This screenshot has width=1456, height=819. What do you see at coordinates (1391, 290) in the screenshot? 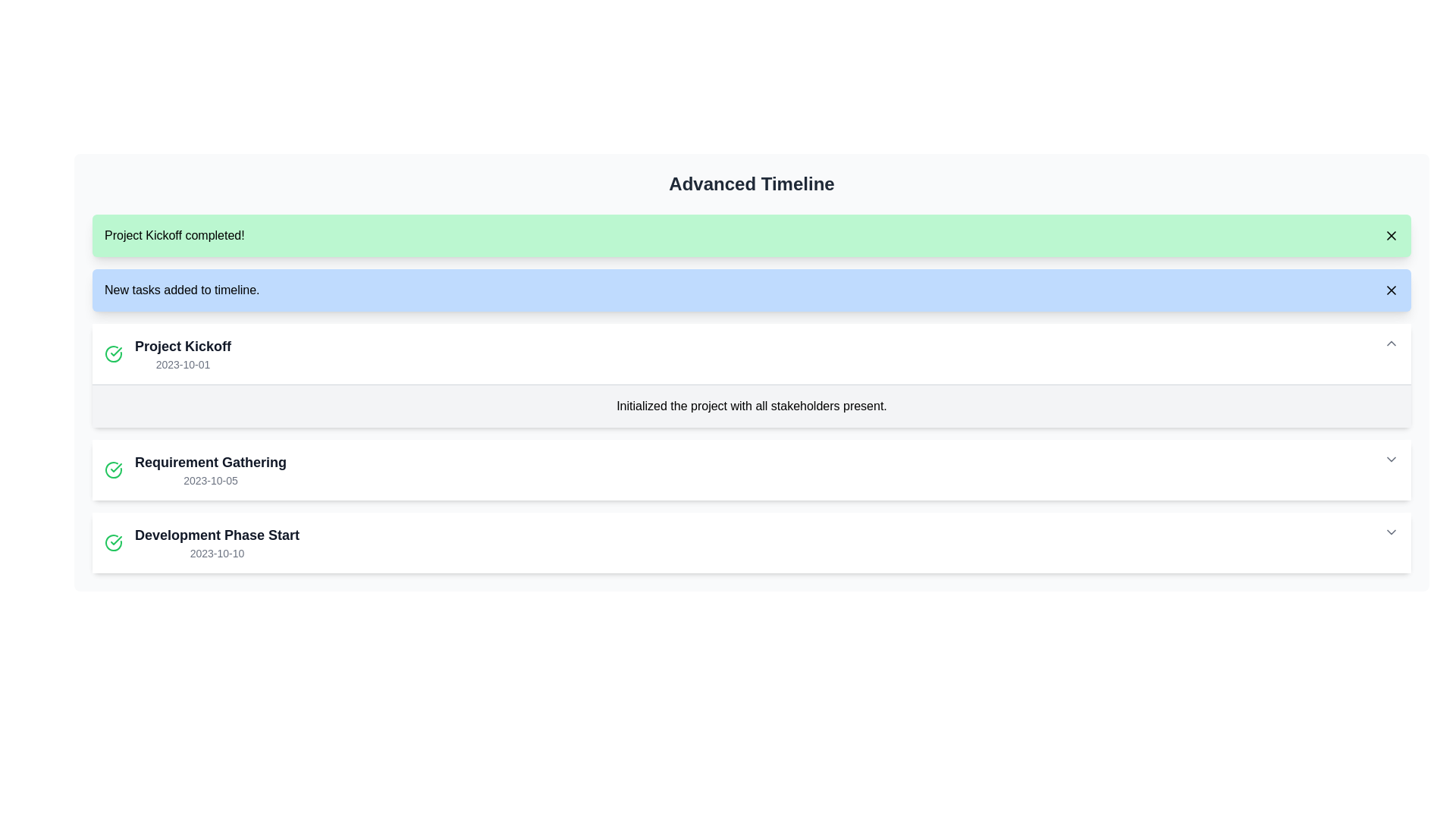
I see `the 'X' button in the top-right corner of the notification box labeled 'New tasks added to timeline.'` at bounding box center [1391, 290].